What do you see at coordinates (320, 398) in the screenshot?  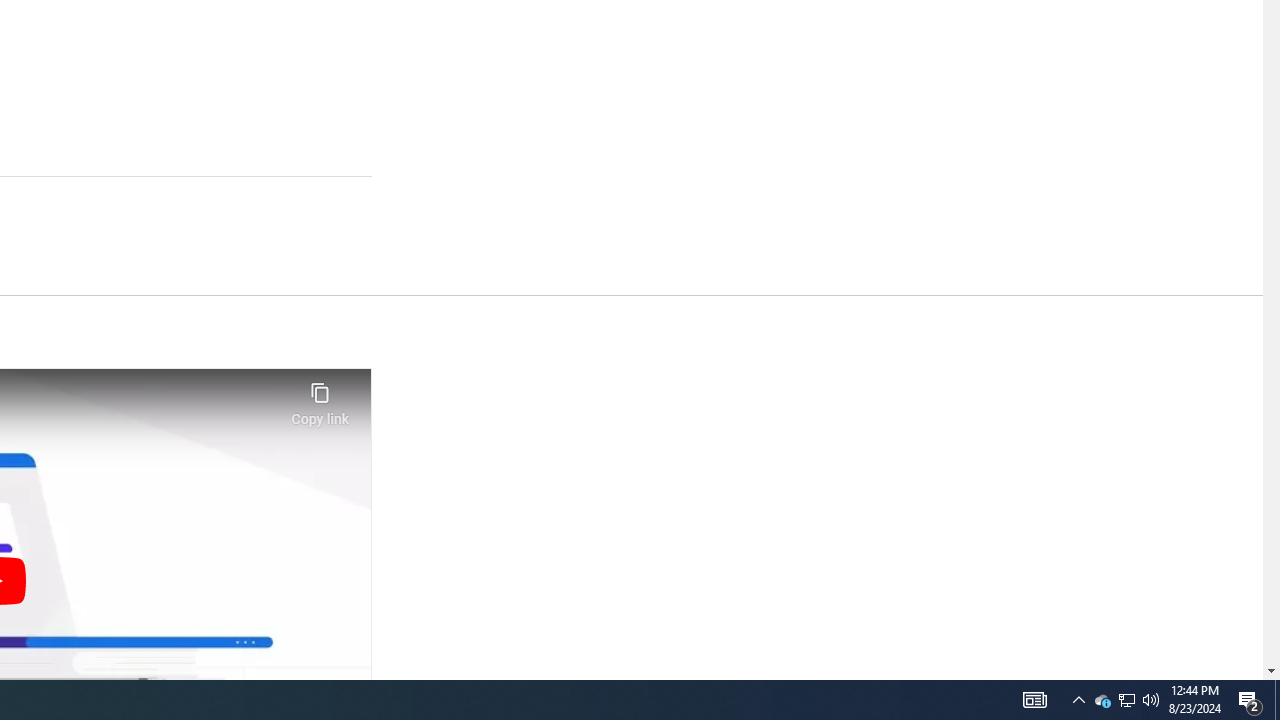 I see `'Copy link'` at bounding box center [320, 398].